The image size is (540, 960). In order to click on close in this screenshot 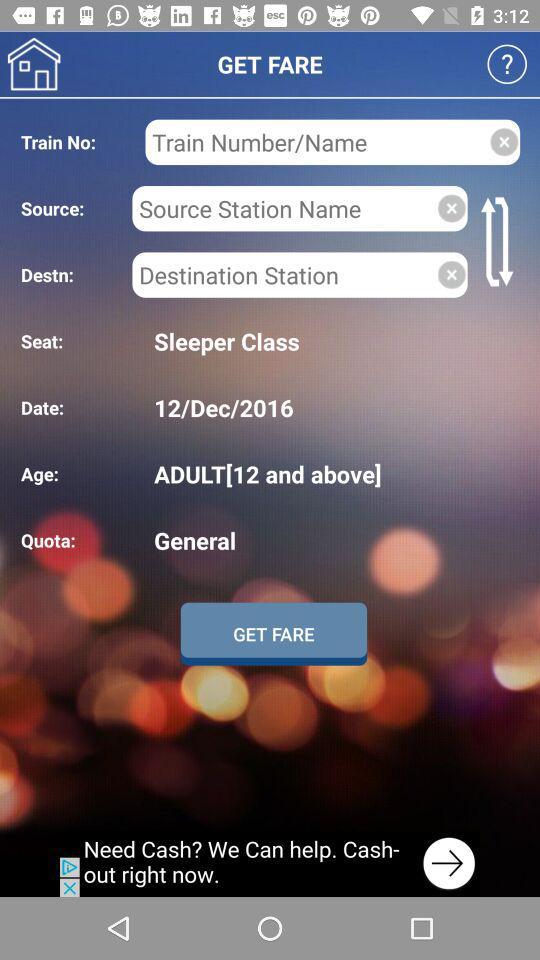, I will do `click(451, 208)`.